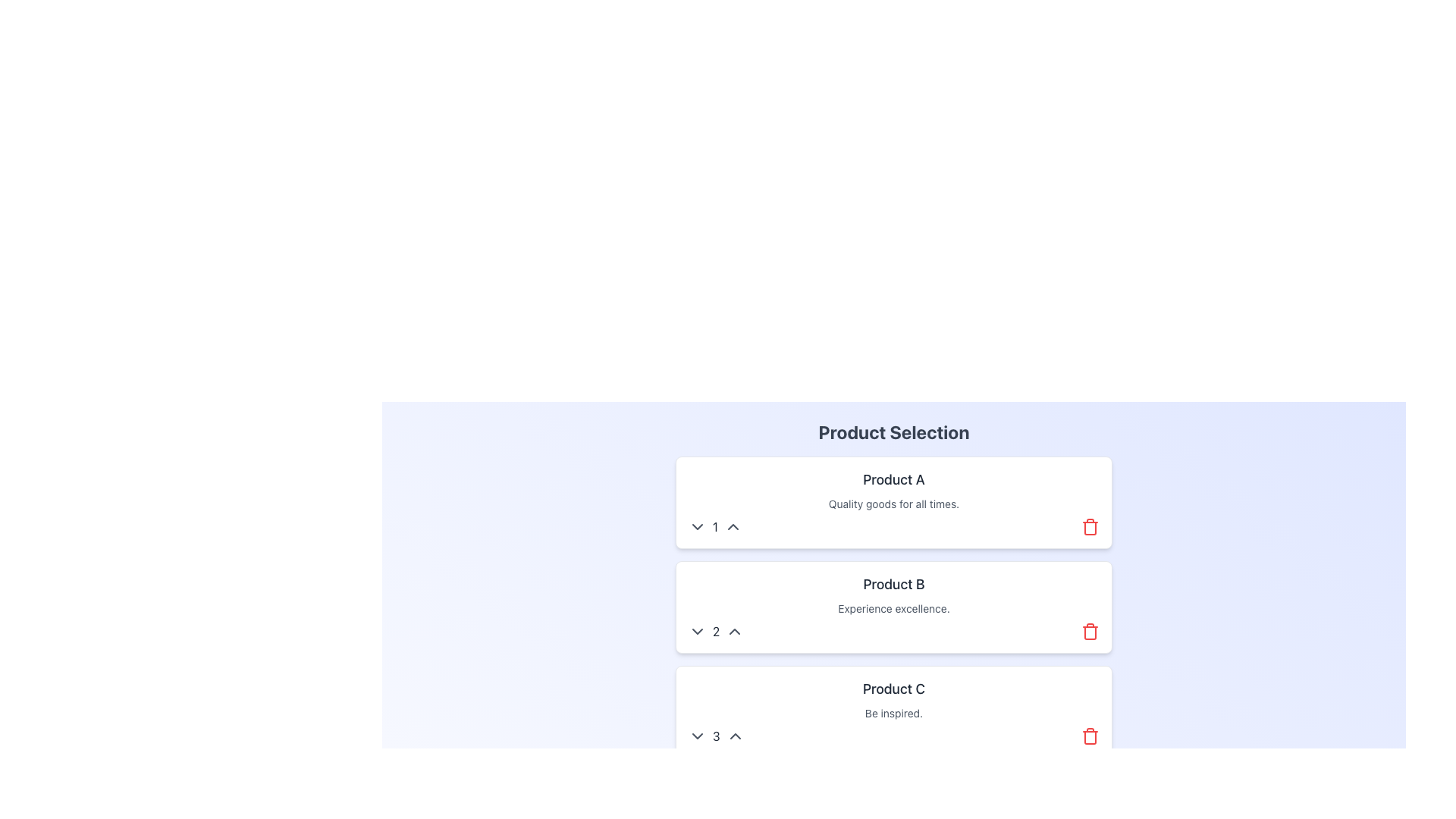 The image size is (1456, 819). What do you see at coordinates (1090, 526) in the screenshot?
I see `the clickable icon representing the deletion action for the associated item in the list` at bounding box center [1090, 526].